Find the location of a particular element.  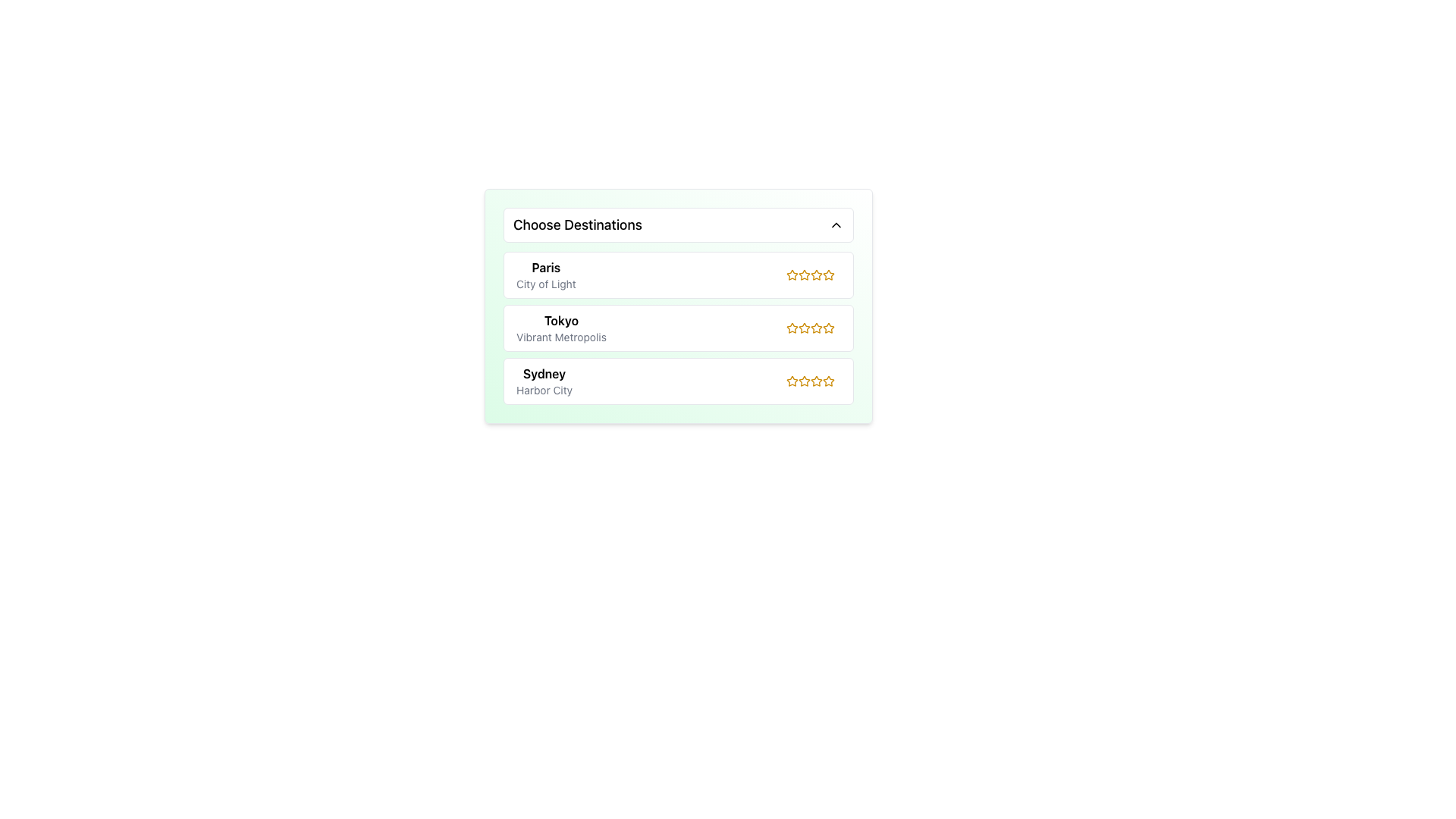

the first Rating Star next to the 'Paris' label to see options for modifying the rating is located at coordinates (790, 275).